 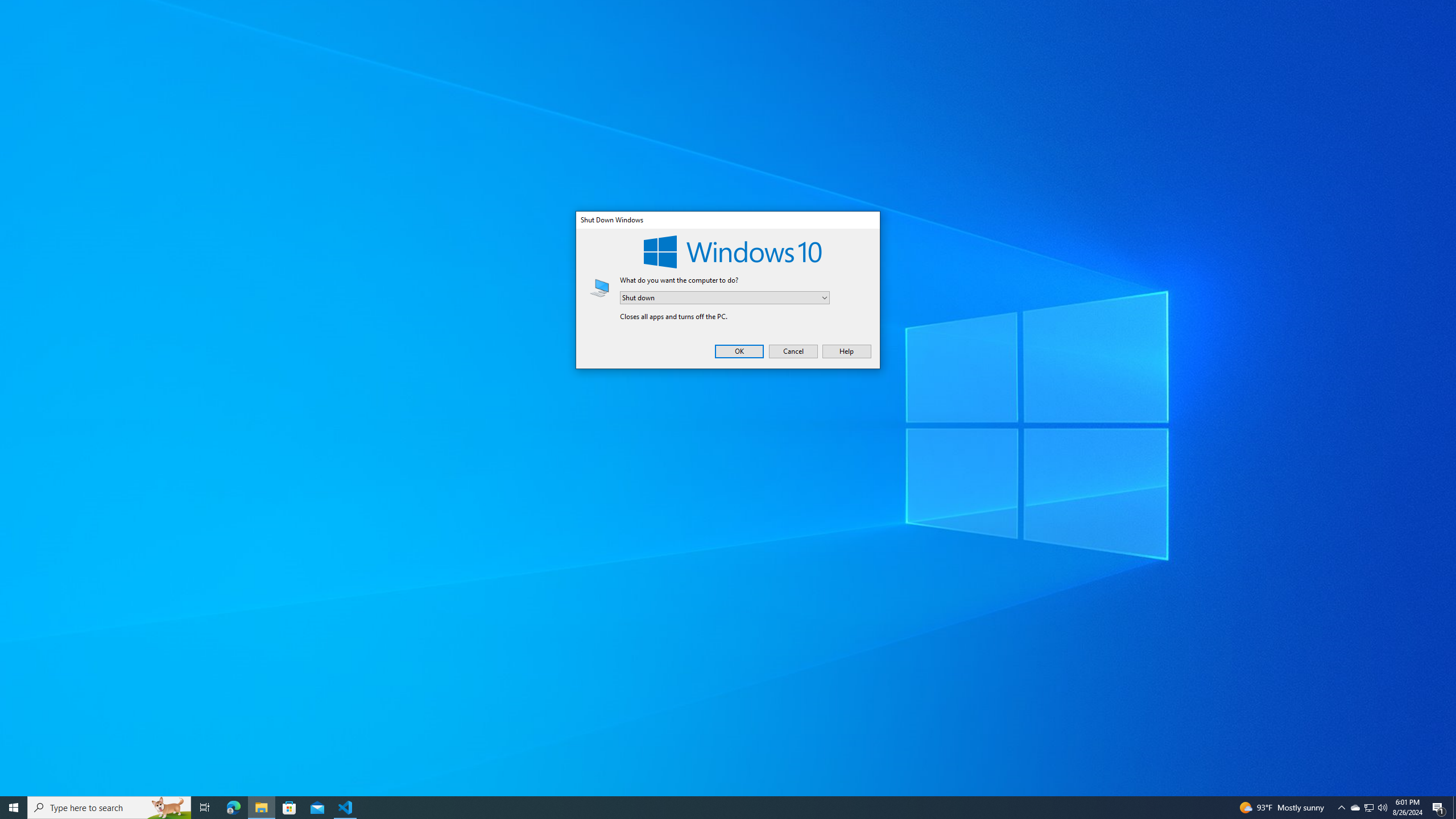 I want to click on 'Action Center, 1 new notification', so click(x=1381, y=806).